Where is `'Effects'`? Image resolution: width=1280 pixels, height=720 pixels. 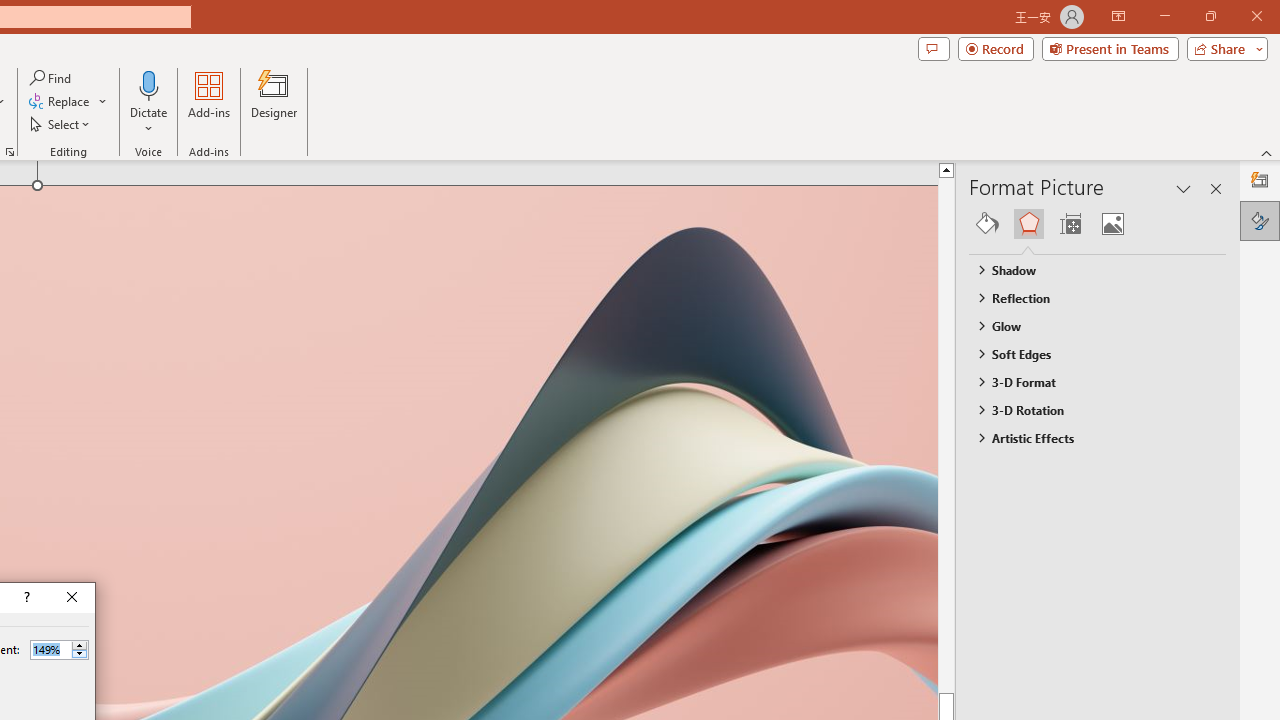
'Effects' is located at coordinates (1028, 223).